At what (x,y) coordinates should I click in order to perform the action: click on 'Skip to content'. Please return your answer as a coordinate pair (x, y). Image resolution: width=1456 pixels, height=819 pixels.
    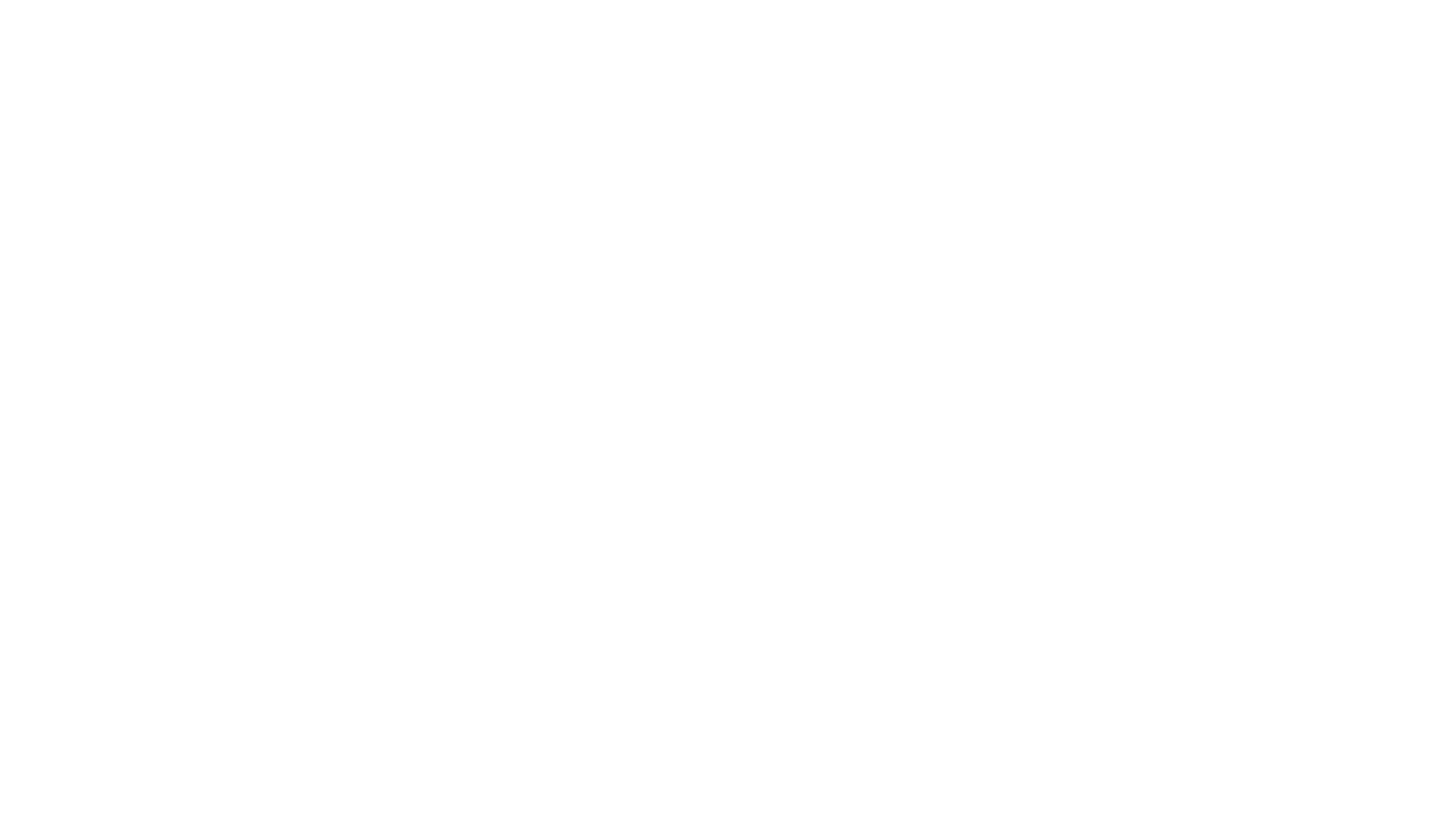
    Looking at the image, I should click on (14, 8).